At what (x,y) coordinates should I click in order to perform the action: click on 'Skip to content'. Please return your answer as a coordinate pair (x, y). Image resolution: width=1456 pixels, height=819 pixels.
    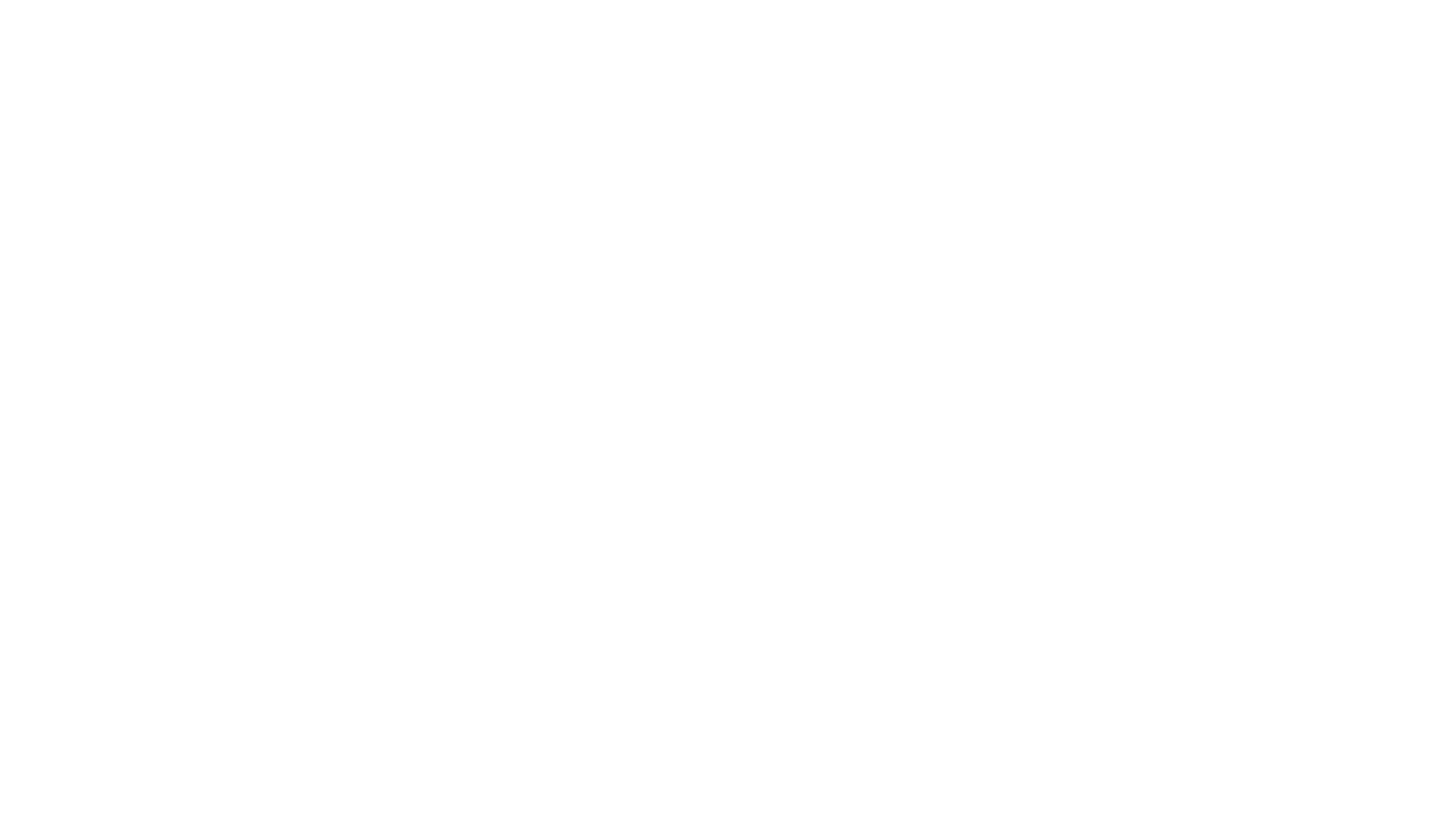
    Looking at the image, I should click on (14, 8).